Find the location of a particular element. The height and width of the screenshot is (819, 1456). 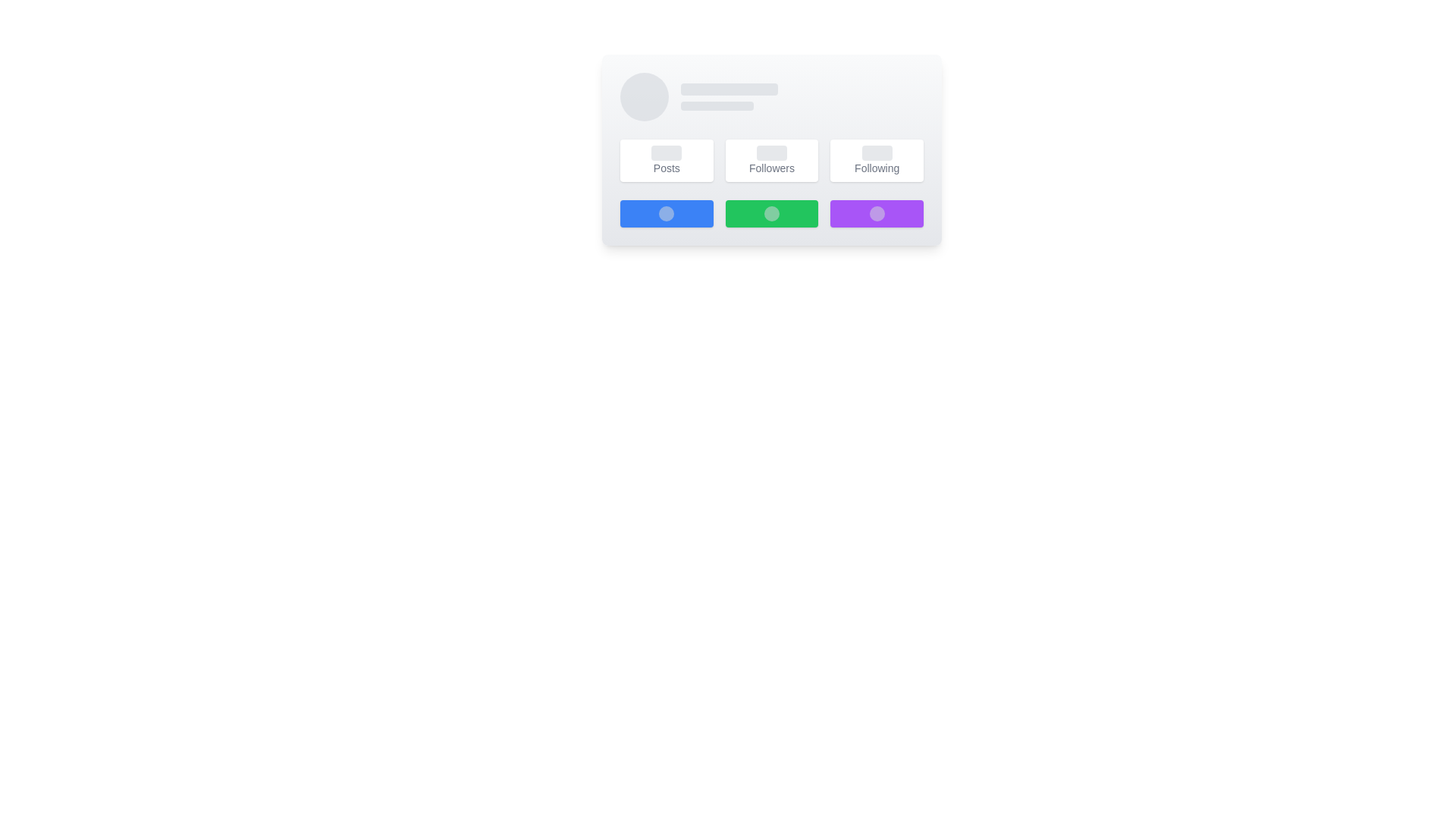

the 'Followers' informational button, which is a rectangular button with a white background and rounded corners, located centrally beneath the user profile section is located at coordinates (771, 161).